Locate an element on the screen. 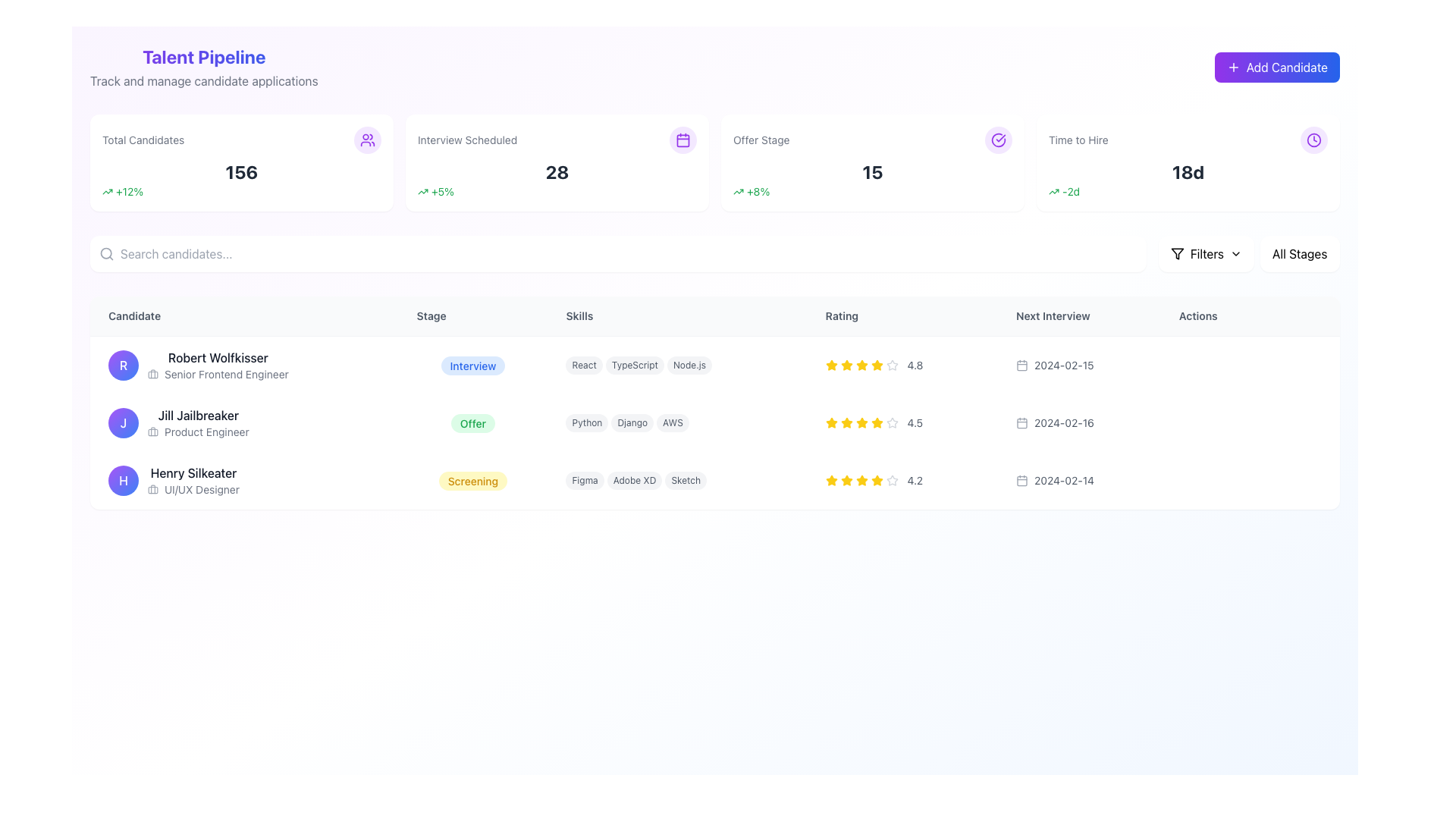 This screenshot has height=819, width=1456. the icon representing a positive trend, located to the left of the '+12%' text in the top-left section of the candidate total card is located at coordinates (107, 191).